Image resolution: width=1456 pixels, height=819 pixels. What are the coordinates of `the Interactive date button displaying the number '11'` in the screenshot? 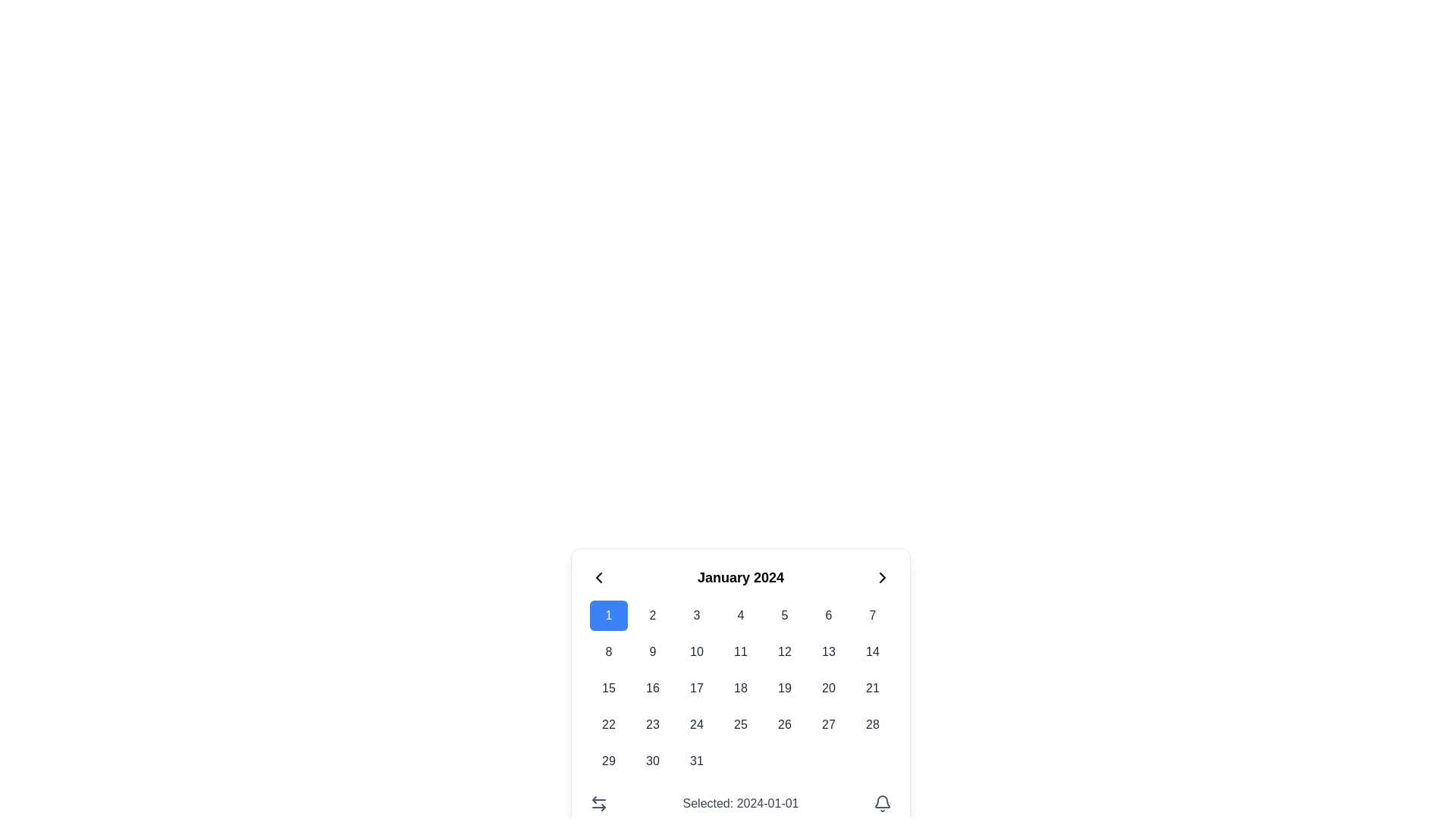 It's located at (741, 651).